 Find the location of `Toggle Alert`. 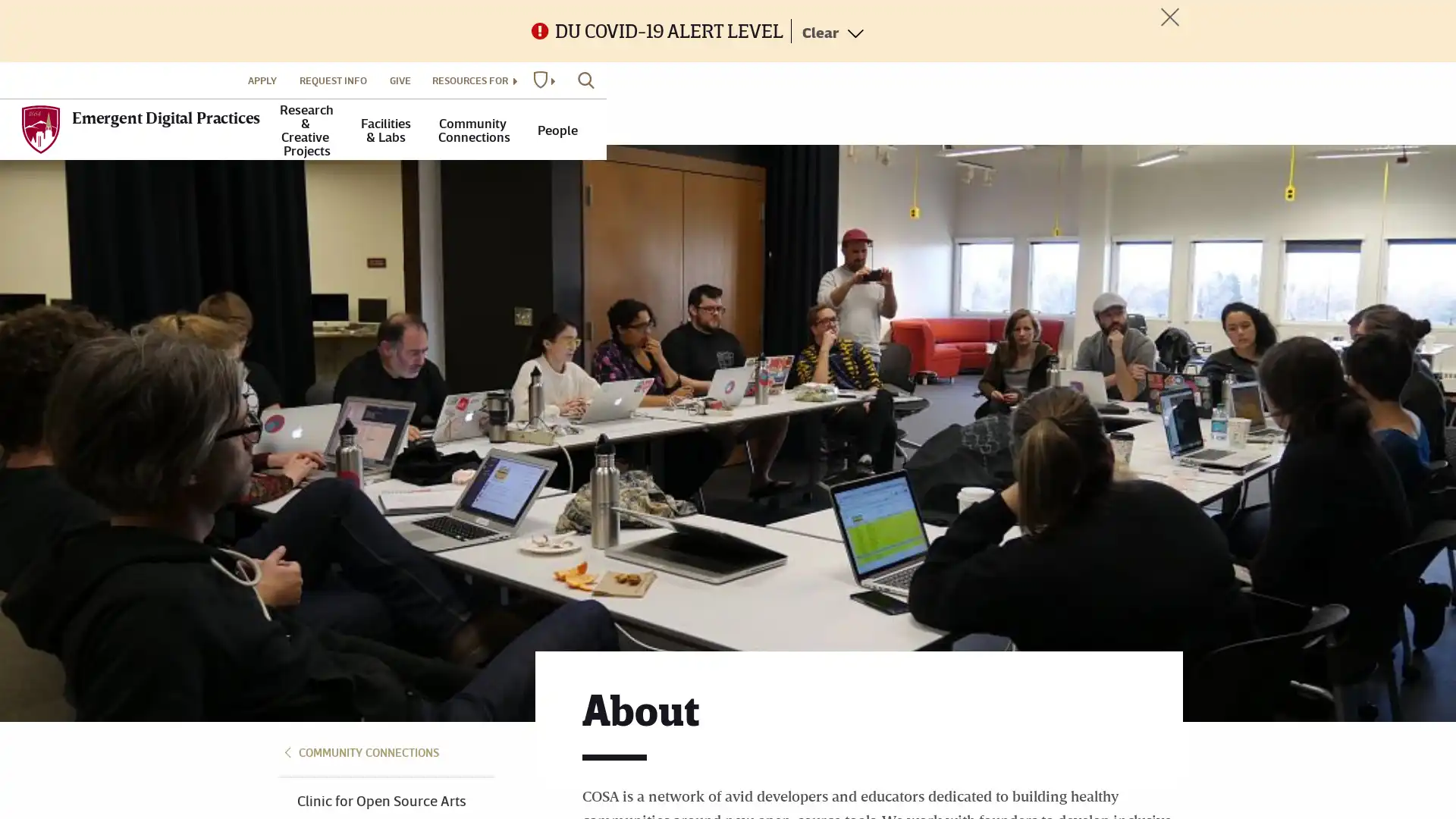

Toggle Alert is located at coordinates (1169, 17).